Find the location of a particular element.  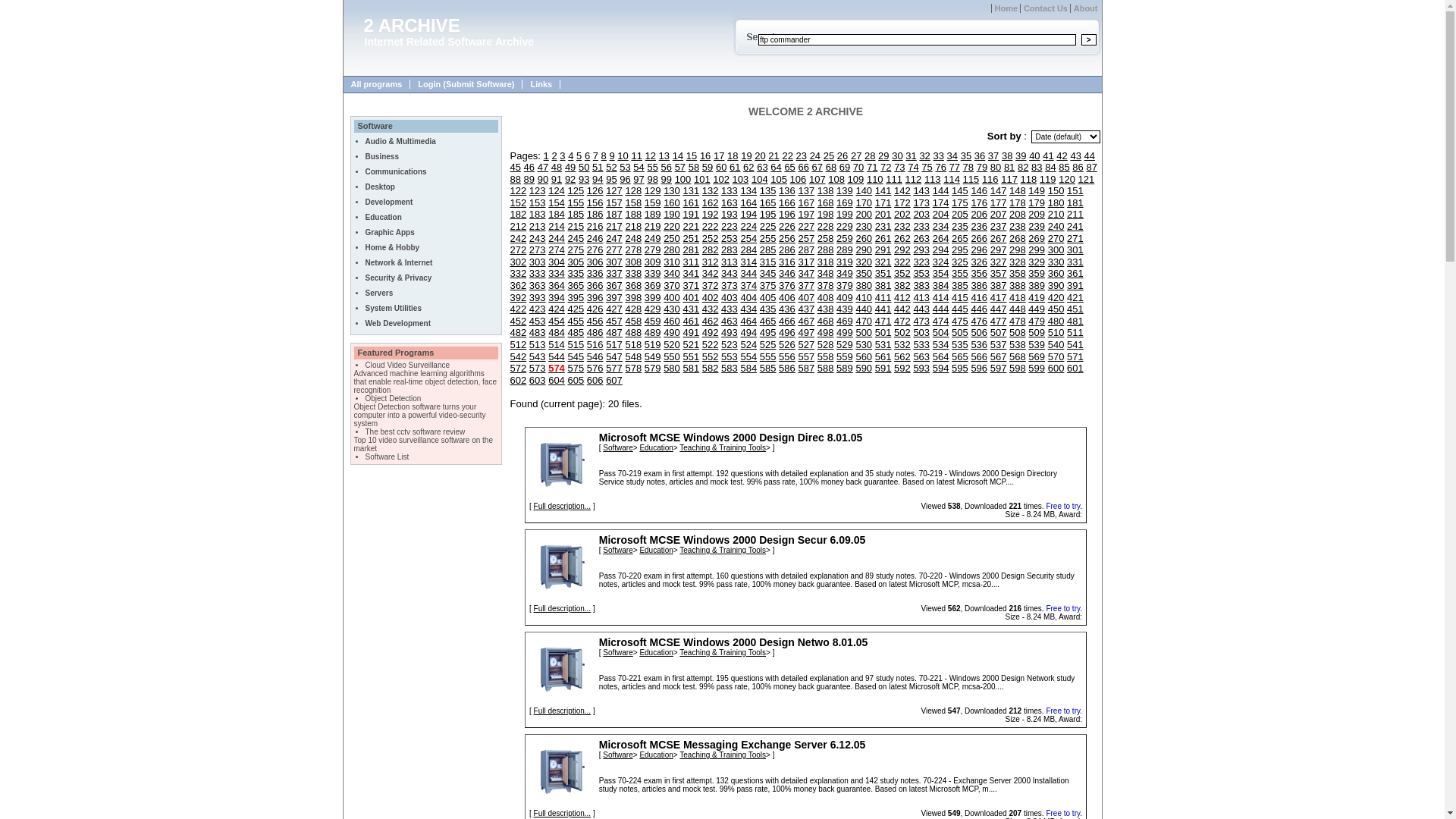

'203' is located at coordinates (912, 214).